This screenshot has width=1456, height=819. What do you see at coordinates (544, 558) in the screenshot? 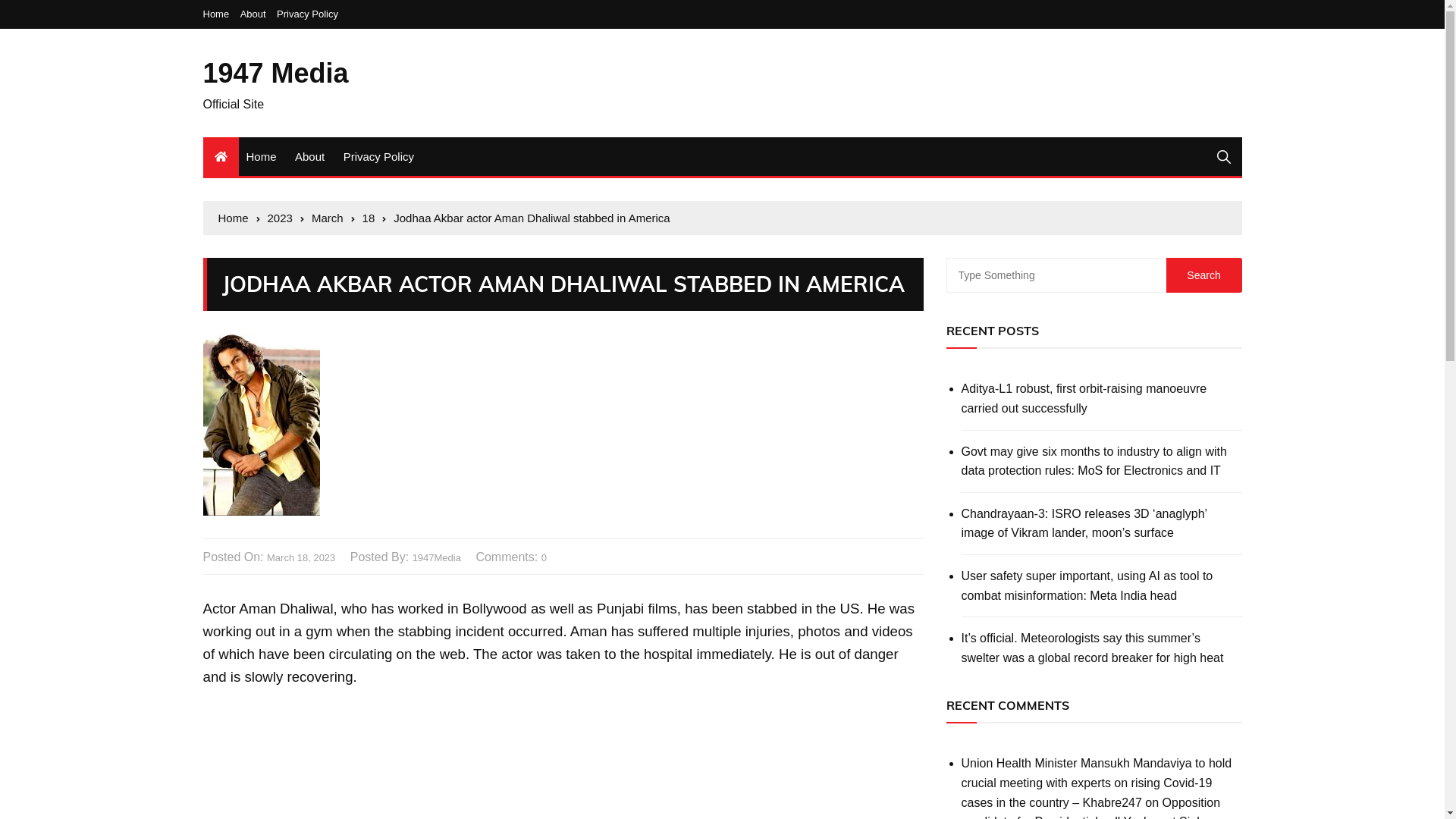
I see `'0'` at bounding box center [544, 558].